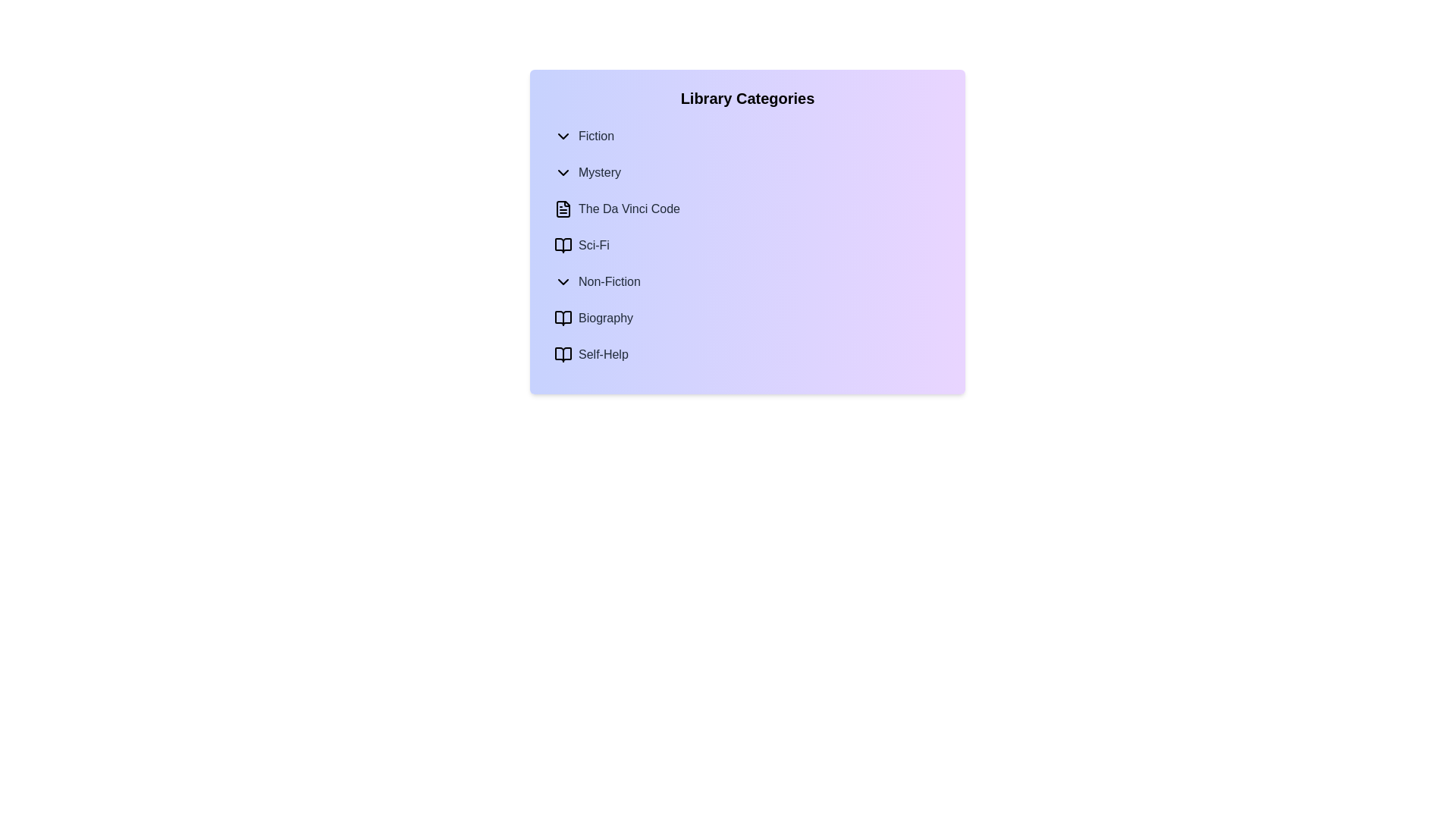 Image resolution: width=1456 pixels, height=819 pixels. What do you see at coordinates (563, 209) in the screenshot?
I see `the document icon representing 'The Da Vinci Code' in the 'Library Categories' menu` at bounding box center [563, 209].